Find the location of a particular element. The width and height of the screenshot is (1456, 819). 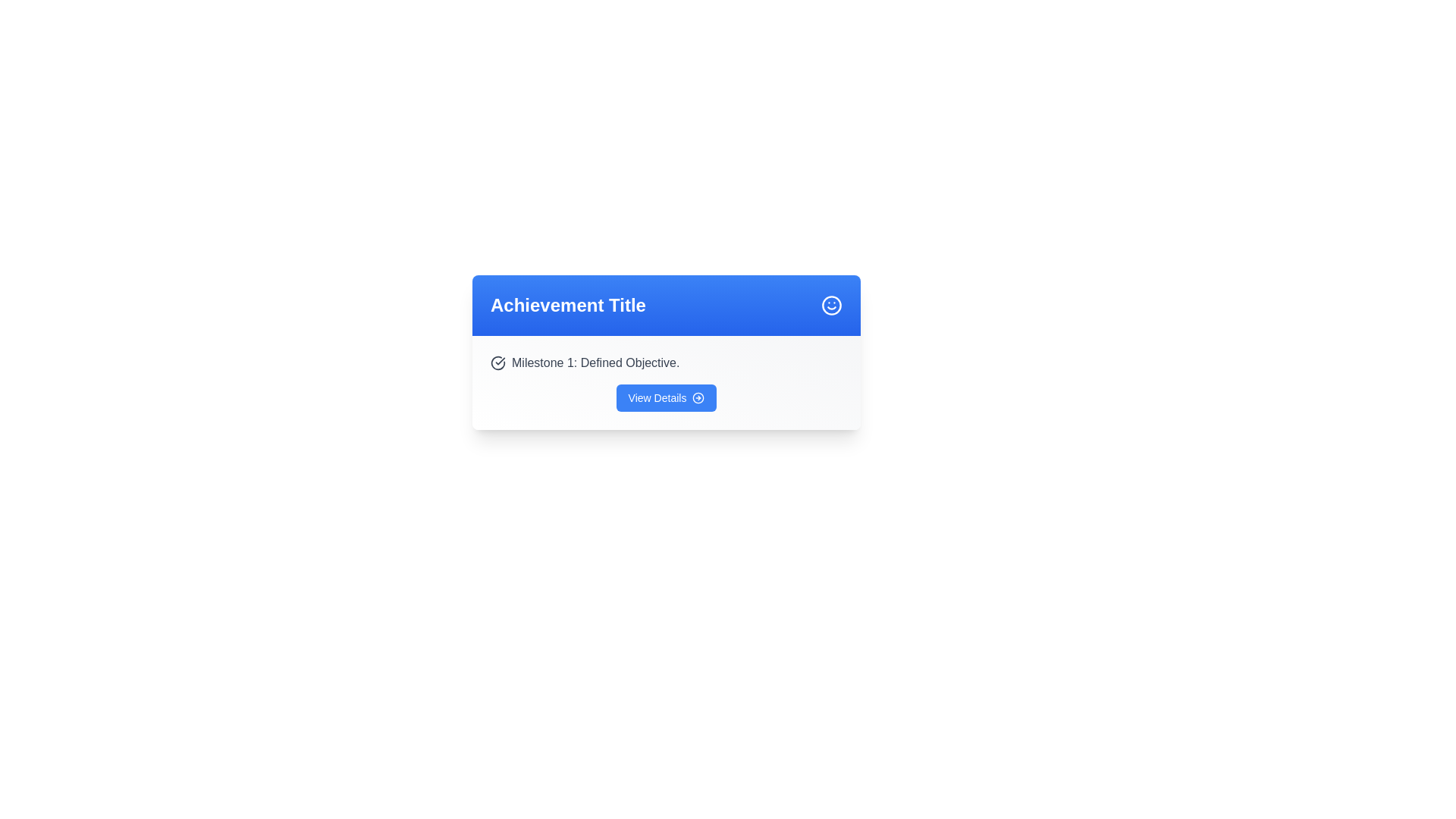

the Circle SVG element that is part of the arrow icon located to the right of the 'View Details' button is located at coordinates (698, 397).